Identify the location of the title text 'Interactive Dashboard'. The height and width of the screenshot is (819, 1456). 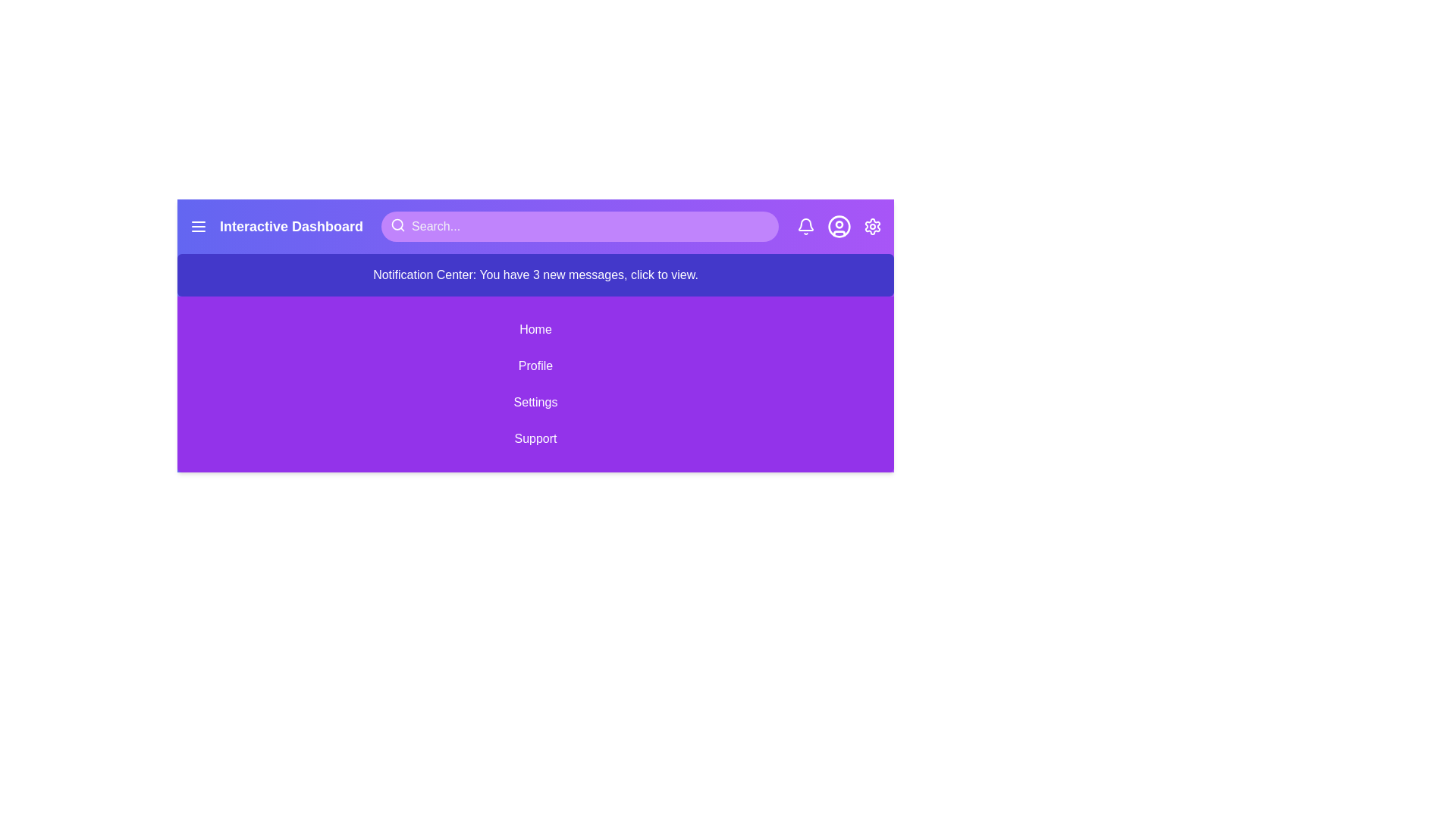
(291, 227).